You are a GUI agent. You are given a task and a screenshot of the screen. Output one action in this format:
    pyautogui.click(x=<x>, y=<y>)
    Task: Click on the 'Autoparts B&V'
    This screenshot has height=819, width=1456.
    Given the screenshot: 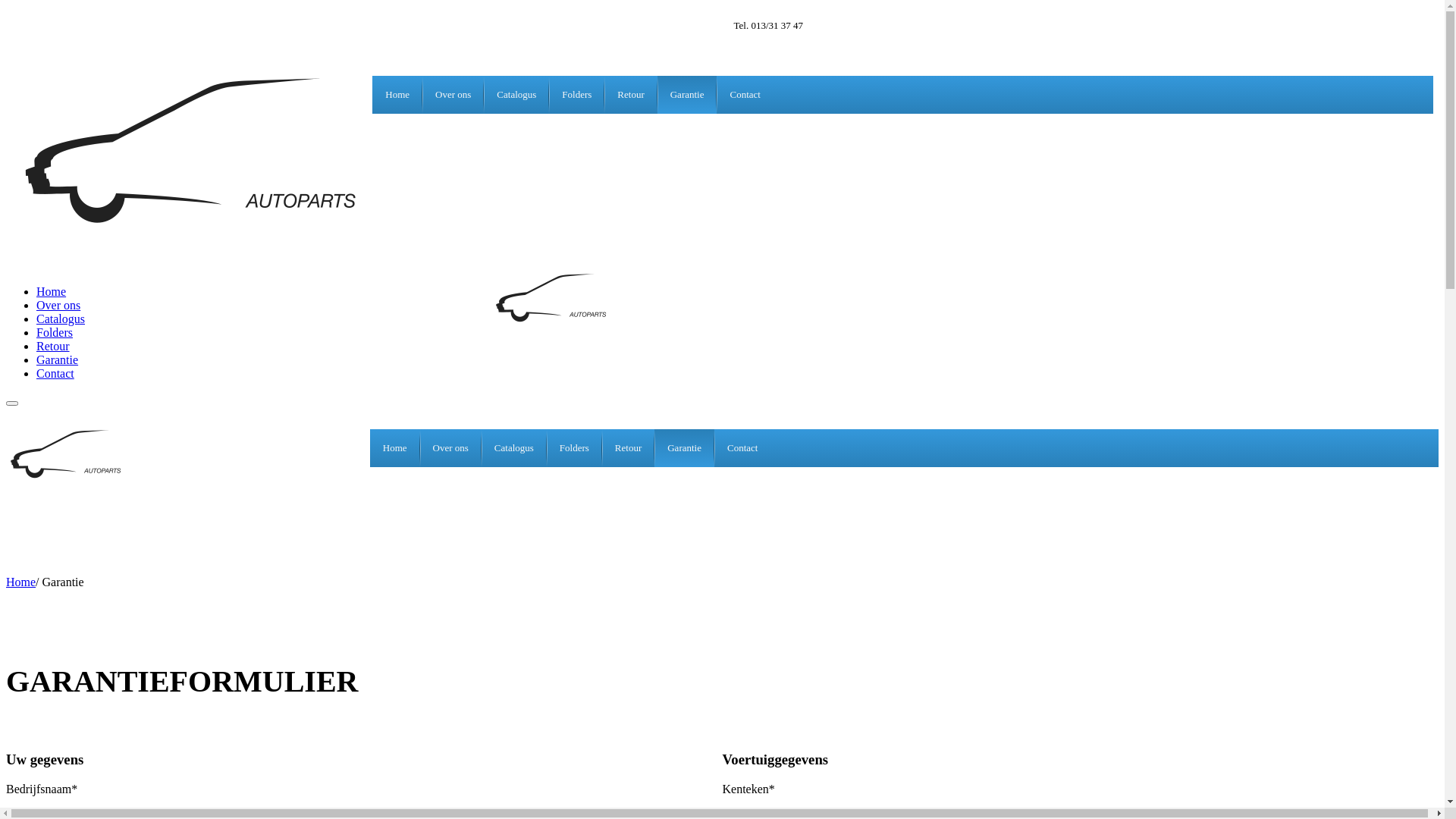 What is the action you would take?
    pyautogui.click(x=69, y=478)
    